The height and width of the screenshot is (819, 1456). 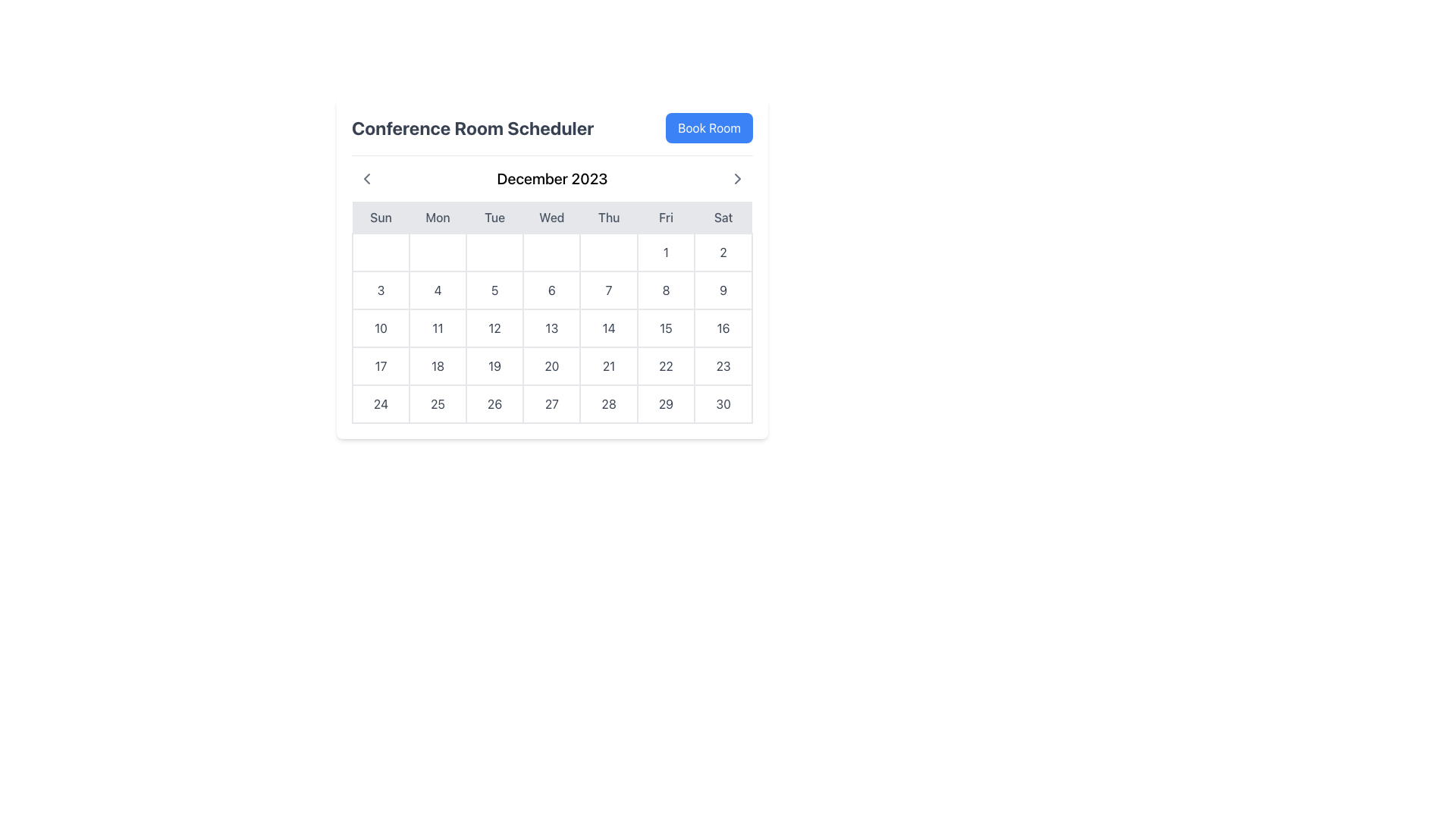 What do you see at coordinates (666, 366) in the screenshot?
I see `the Date cell component` at bounding box center [666, 366].